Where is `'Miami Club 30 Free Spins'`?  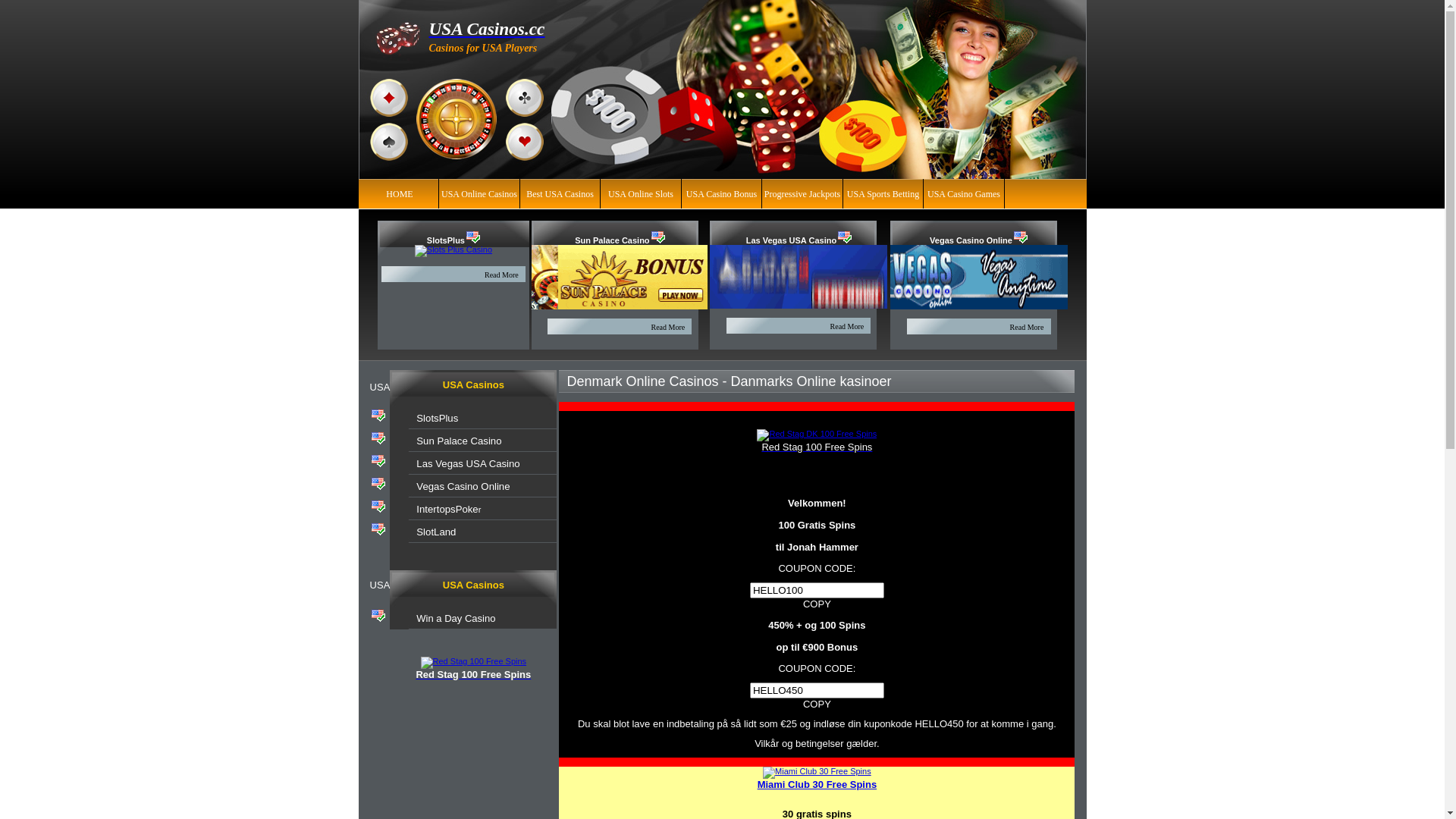
'Miami Club 30 Free Spins' is located at coordinates (817, 784).